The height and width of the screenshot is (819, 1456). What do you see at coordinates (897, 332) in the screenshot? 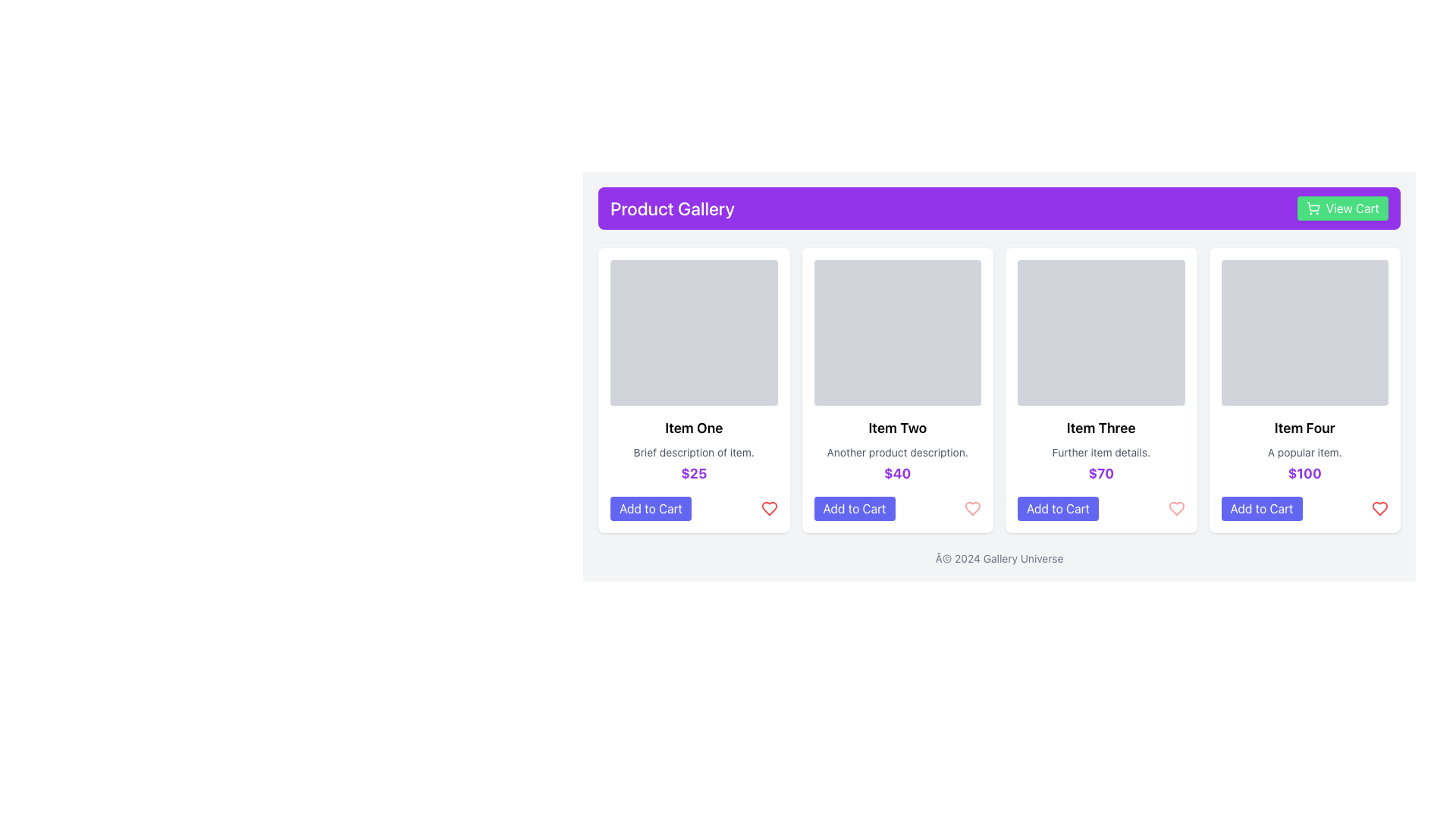
I see `the rectangular placeholder image with rounded corners and a gray background located above the title 'Item Two' in the second column of the product card grid` at bounding box center [897, 332].